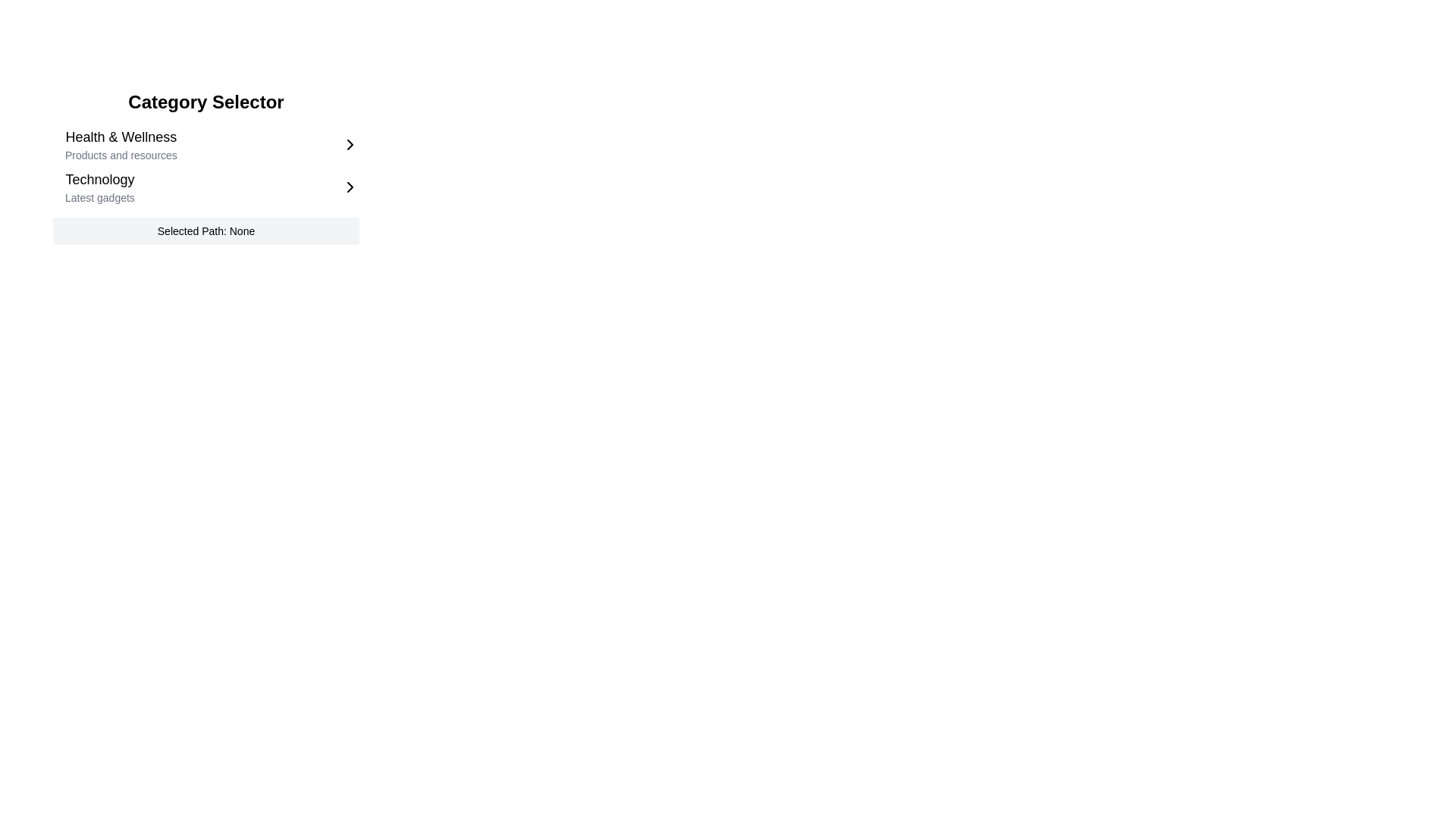 This screenshot has width=1456, height=819. Describe the element at coordinates (349, 145) in the screenshot. I see `the right-pointing chevron icon at the far-right end of the 'Health & Wellness' category list item` at that location.